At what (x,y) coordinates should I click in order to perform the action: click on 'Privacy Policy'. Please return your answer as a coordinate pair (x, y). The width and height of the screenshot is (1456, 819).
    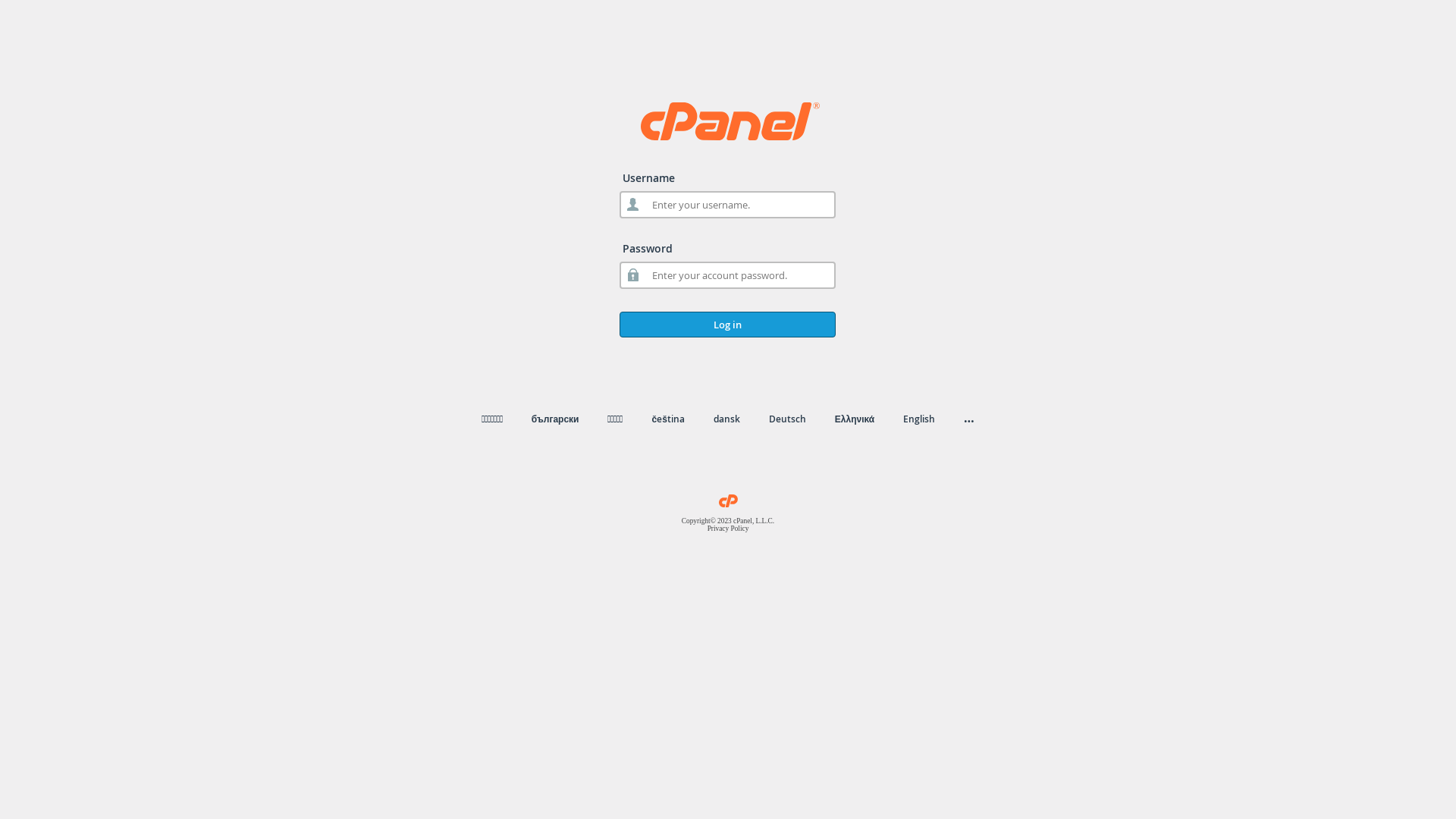
    Looking at the image, I should click on (728, 528).